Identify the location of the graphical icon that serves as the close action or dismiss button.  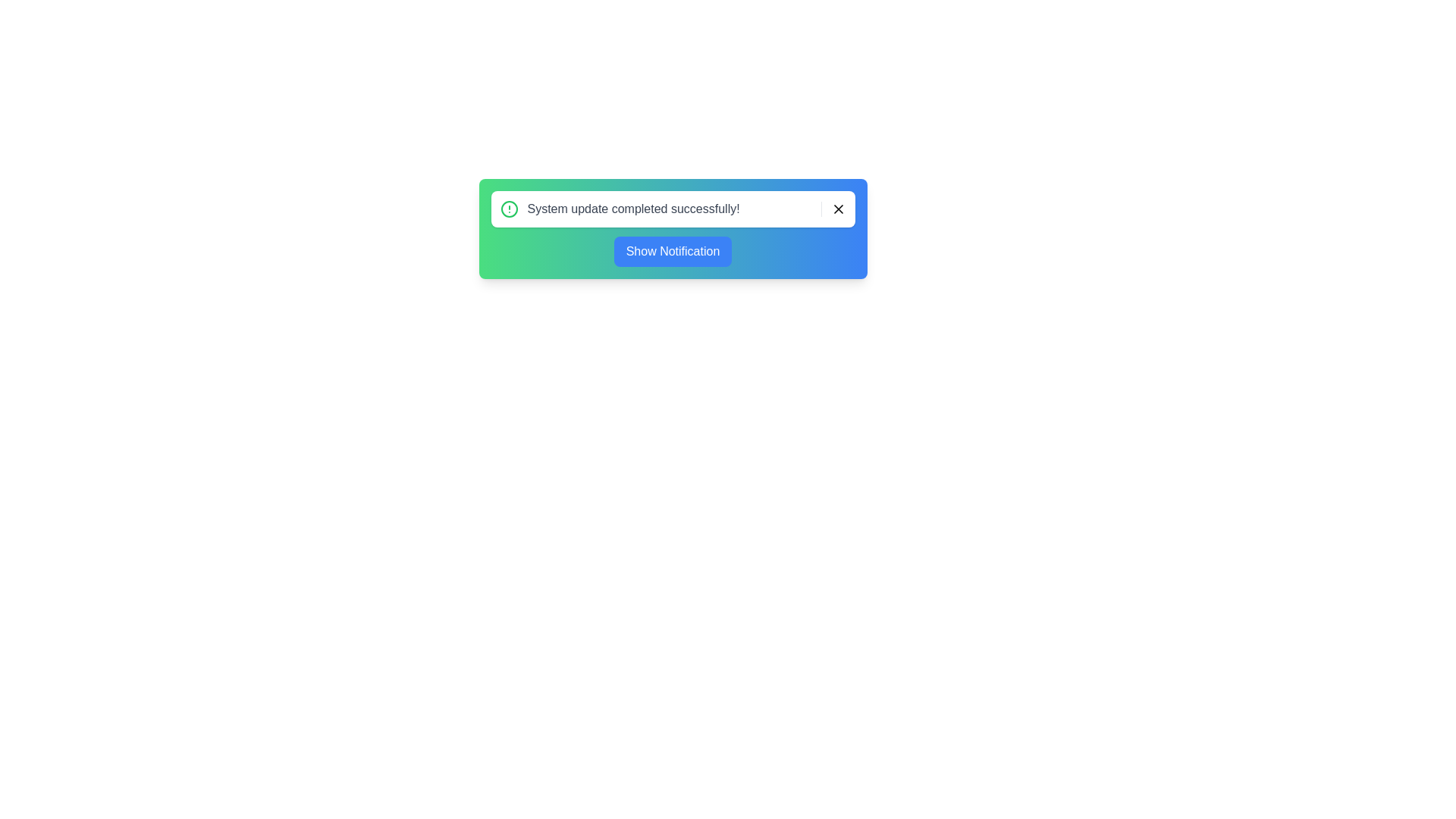
(837, 209).